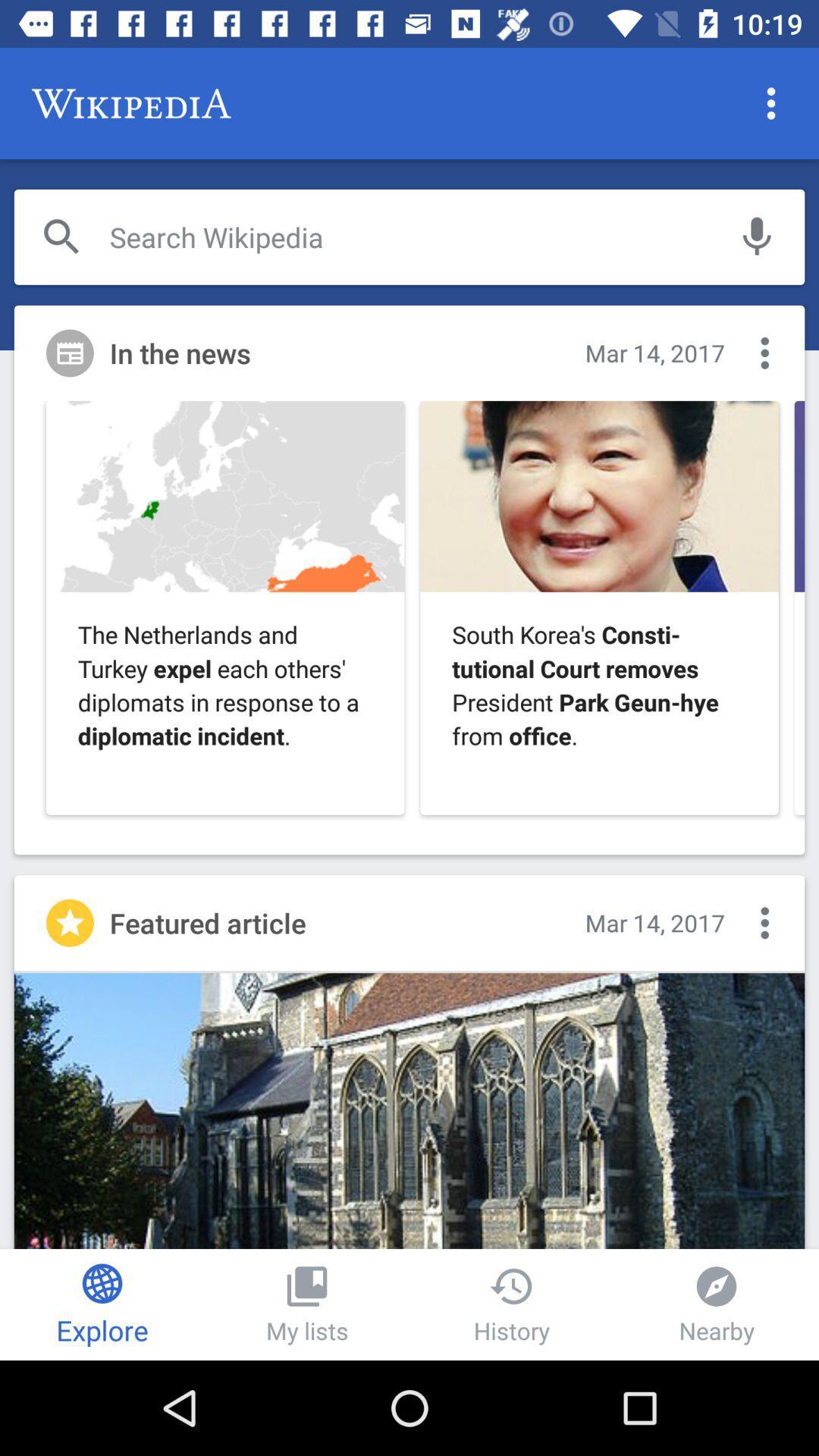 This screenshot has height=1456, width=819. I want to click on search icon which is below wikipedia on the page, so click(61, 236).